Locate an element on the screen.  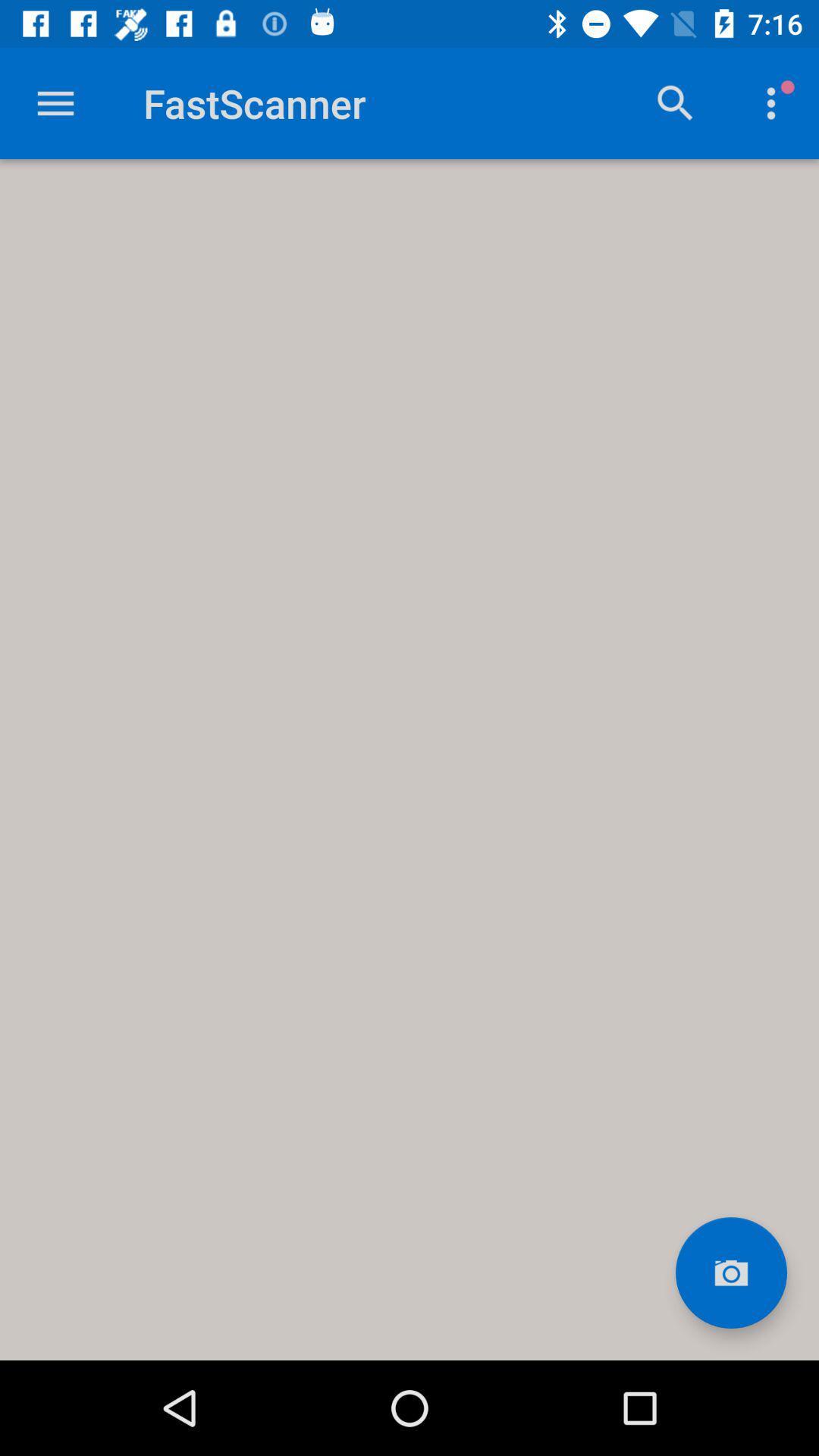
open main menu is located at coordinates (55, 102).